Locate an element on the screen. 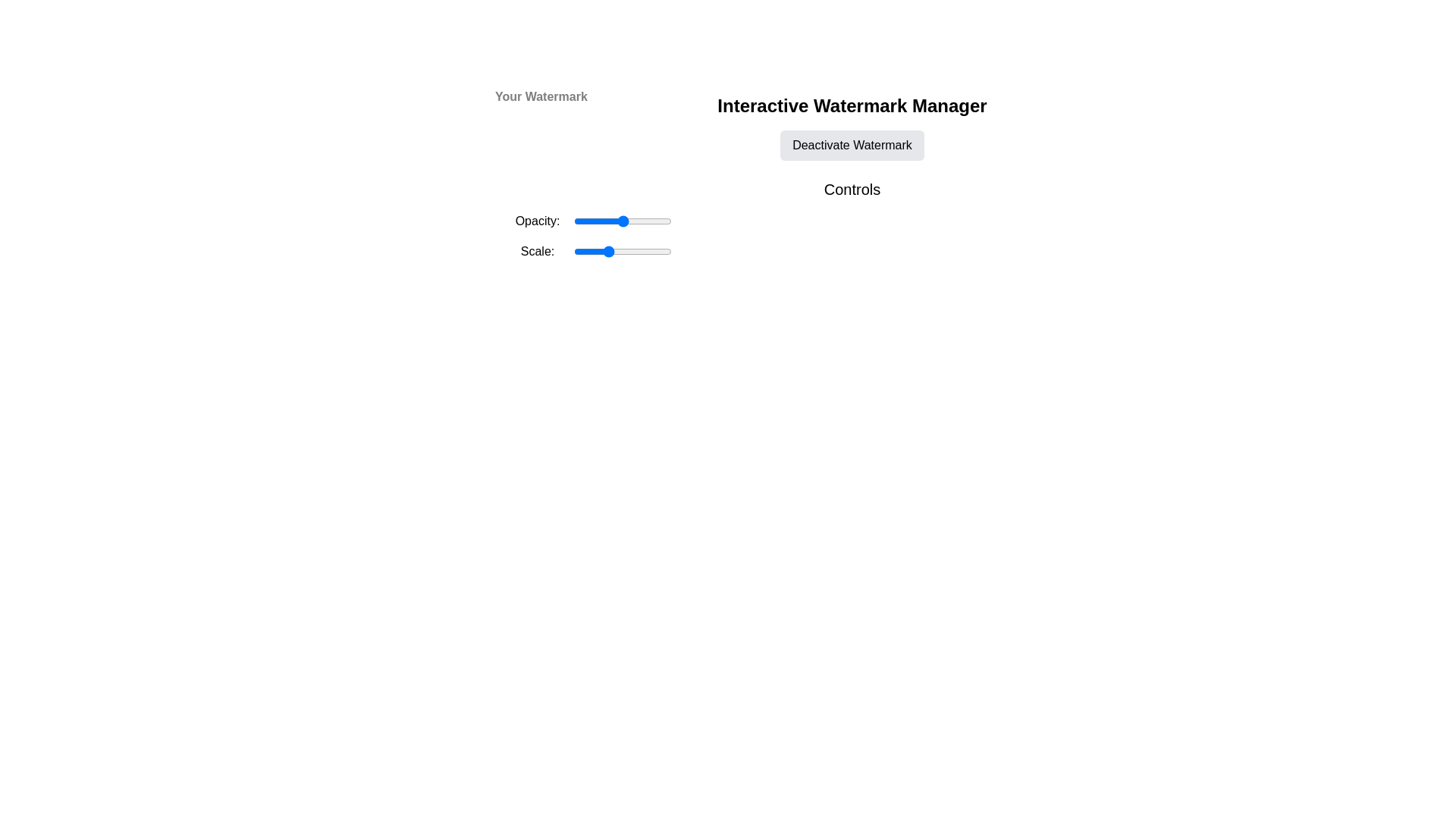 This screenshot has height=819, width=1456. the static label indicating the purpose of the interface section related to managing watermarks, positioned above the 'Deactivate Watermark' button is located at coordinates (852, 105).